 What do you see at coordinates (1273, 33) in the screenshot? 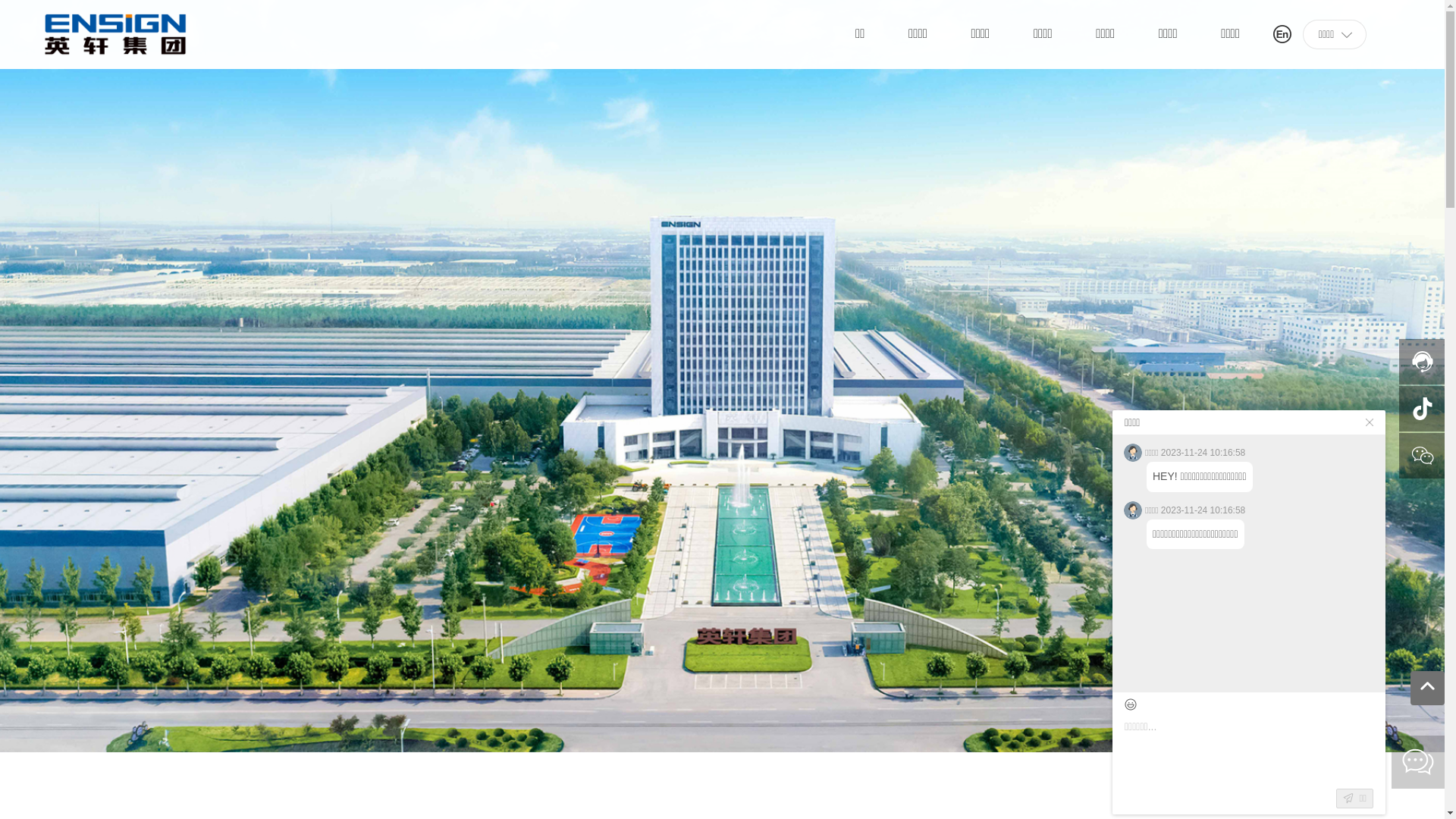
I see `'ENGLISH'` at bounding box center [1273, 33].